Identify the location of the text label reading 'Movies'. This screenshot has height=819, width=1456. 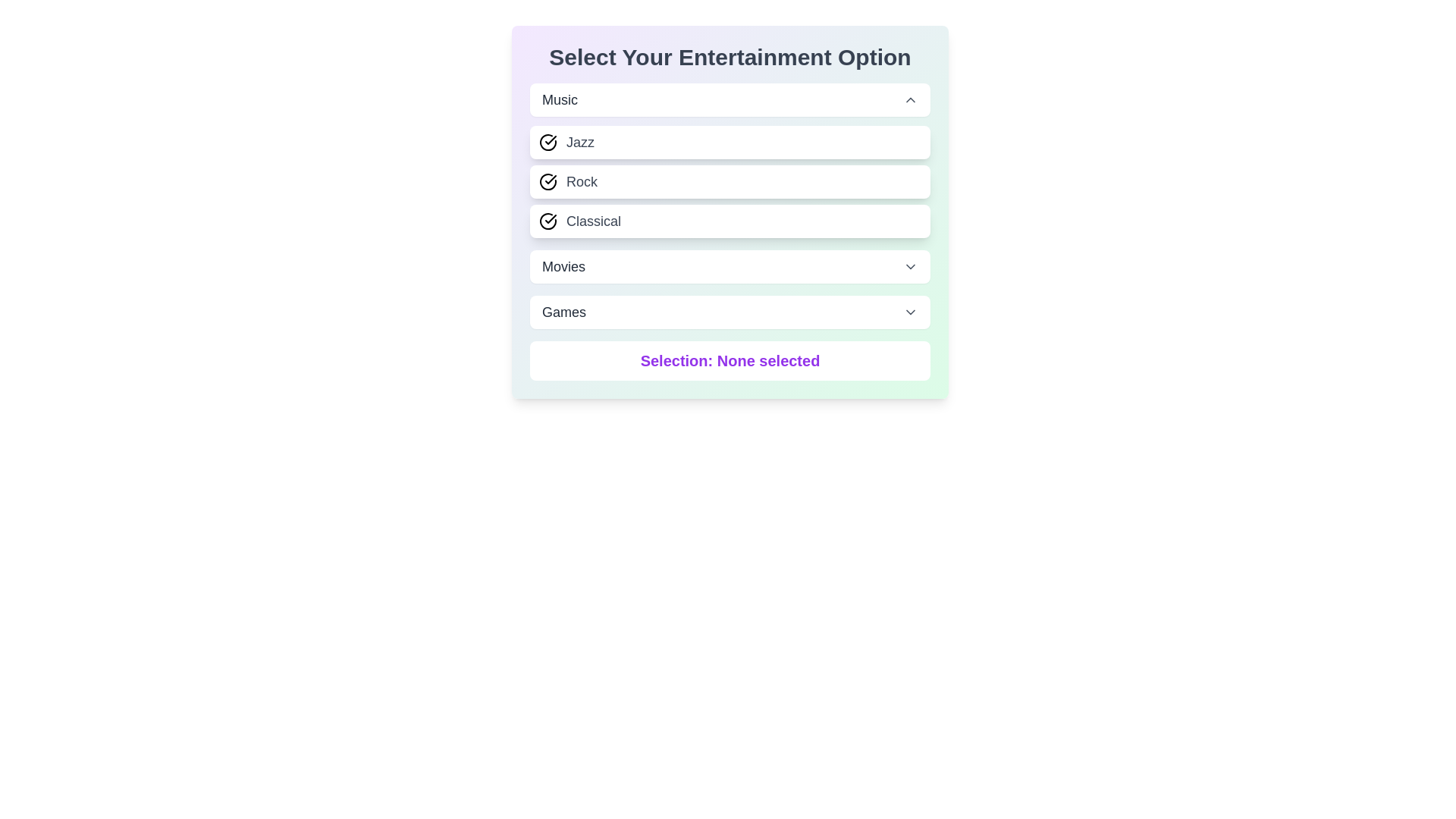
(563, 265).